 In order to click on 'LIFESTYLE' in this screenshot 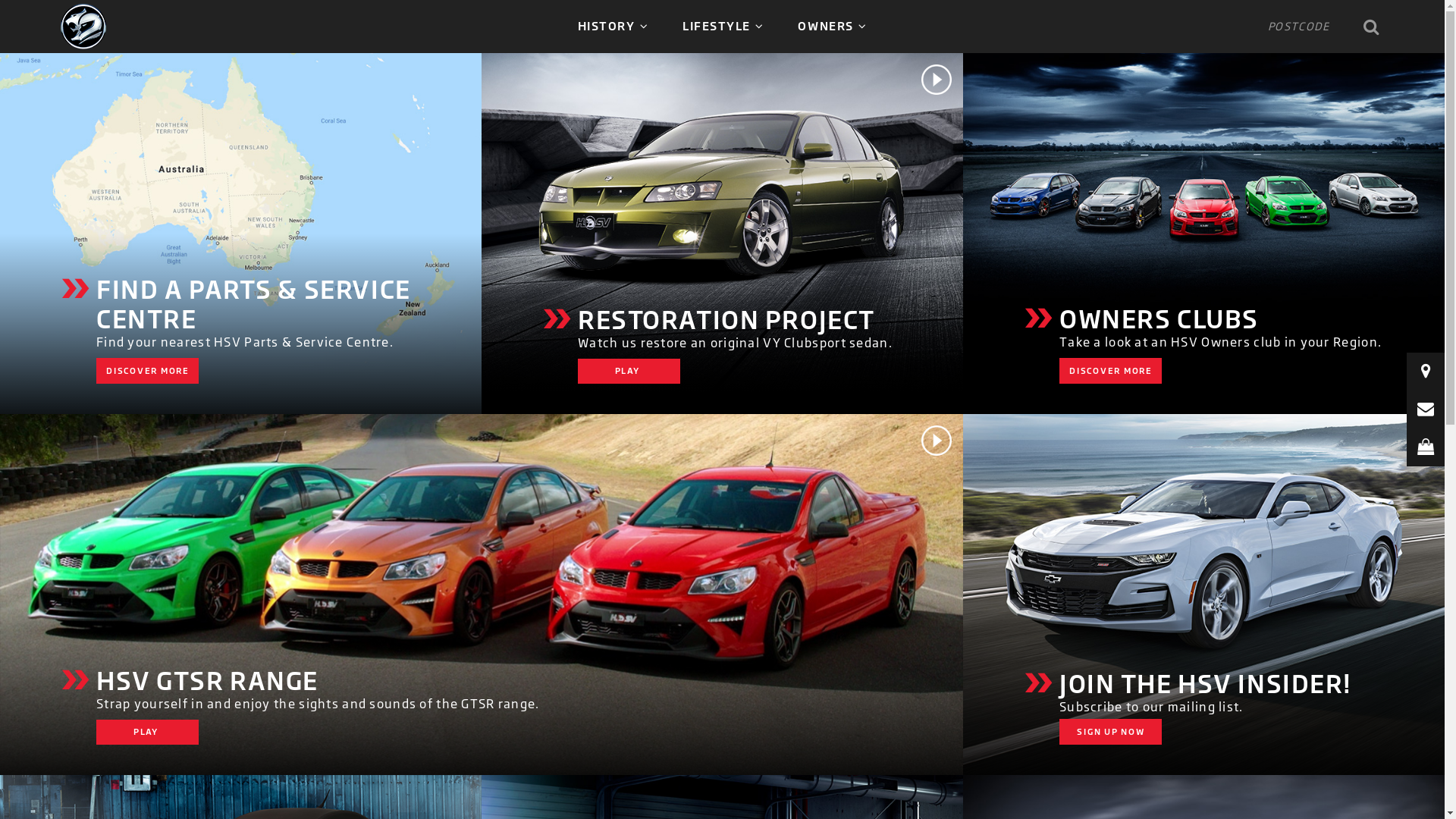, I will do `click(722, 26)`.